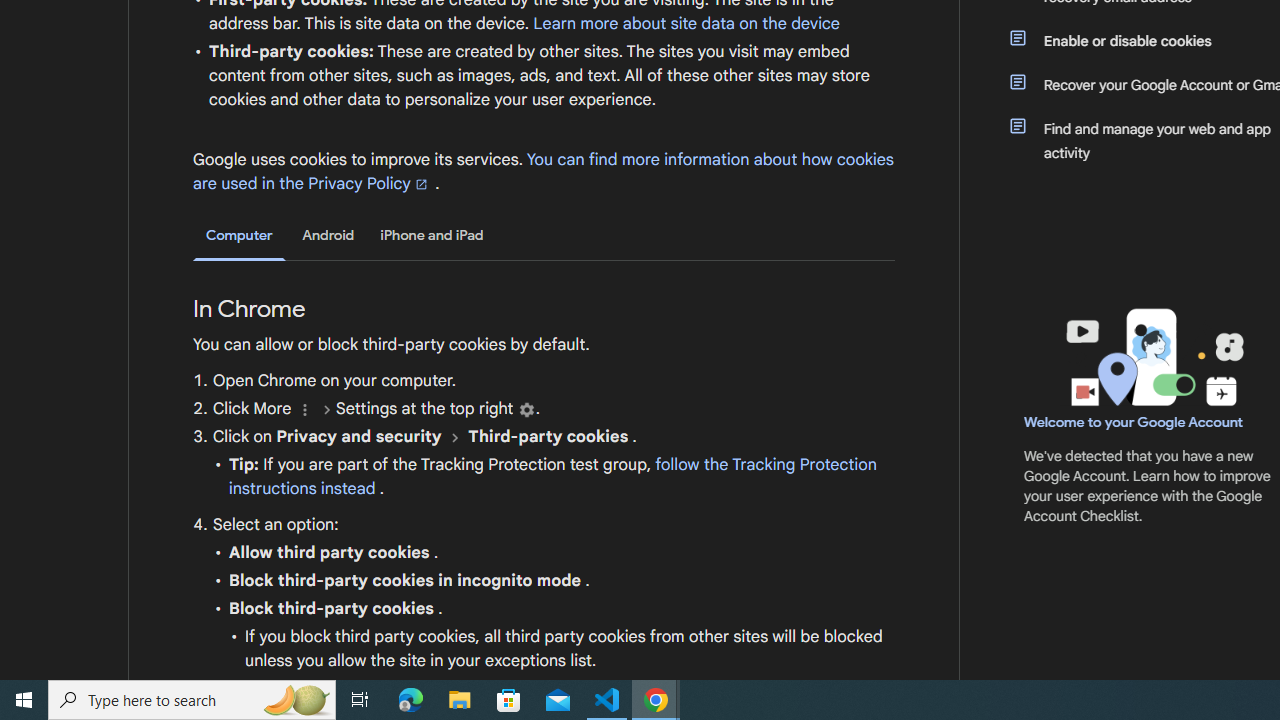 The image size is (1280, 720). What do you see at coordinates (303, 408) in the screenshot?
I see `'More'` at bounding box center [303, 408].